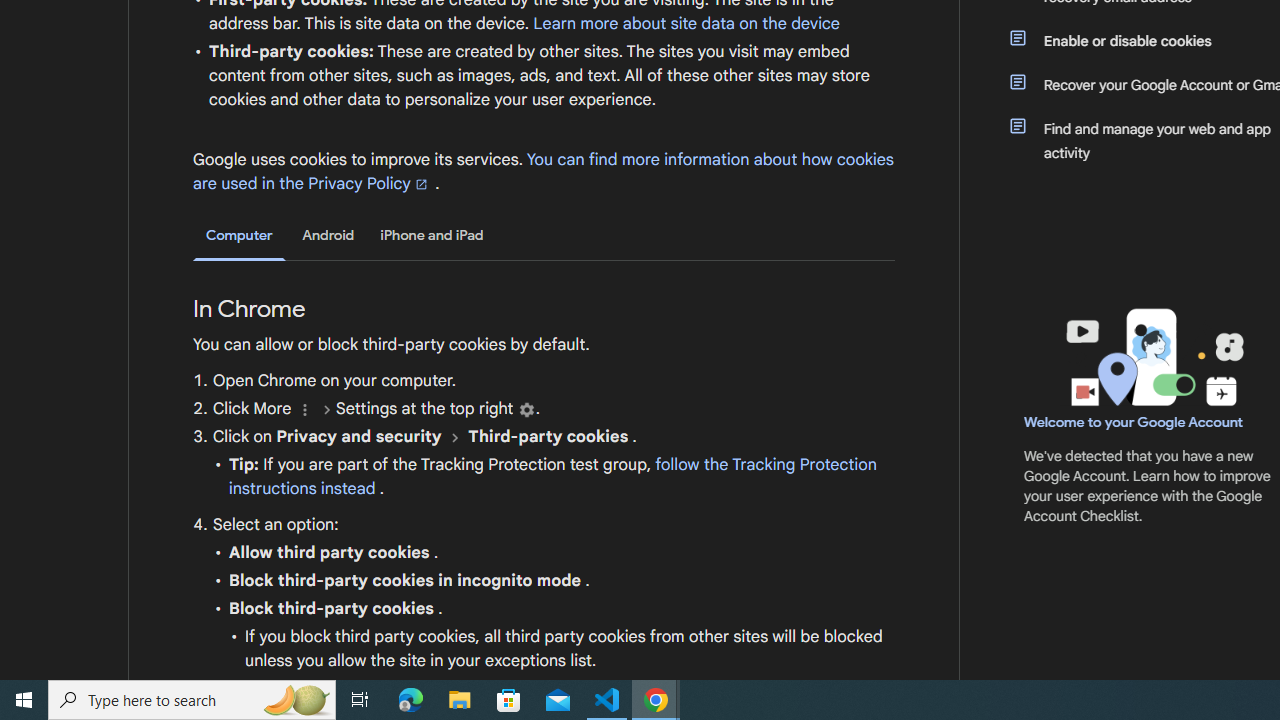 The image size is (1280, 720). What do you see at coordinates (303, 408) in the screenshot?
I see `'More'` at bounding box center [303, 408].